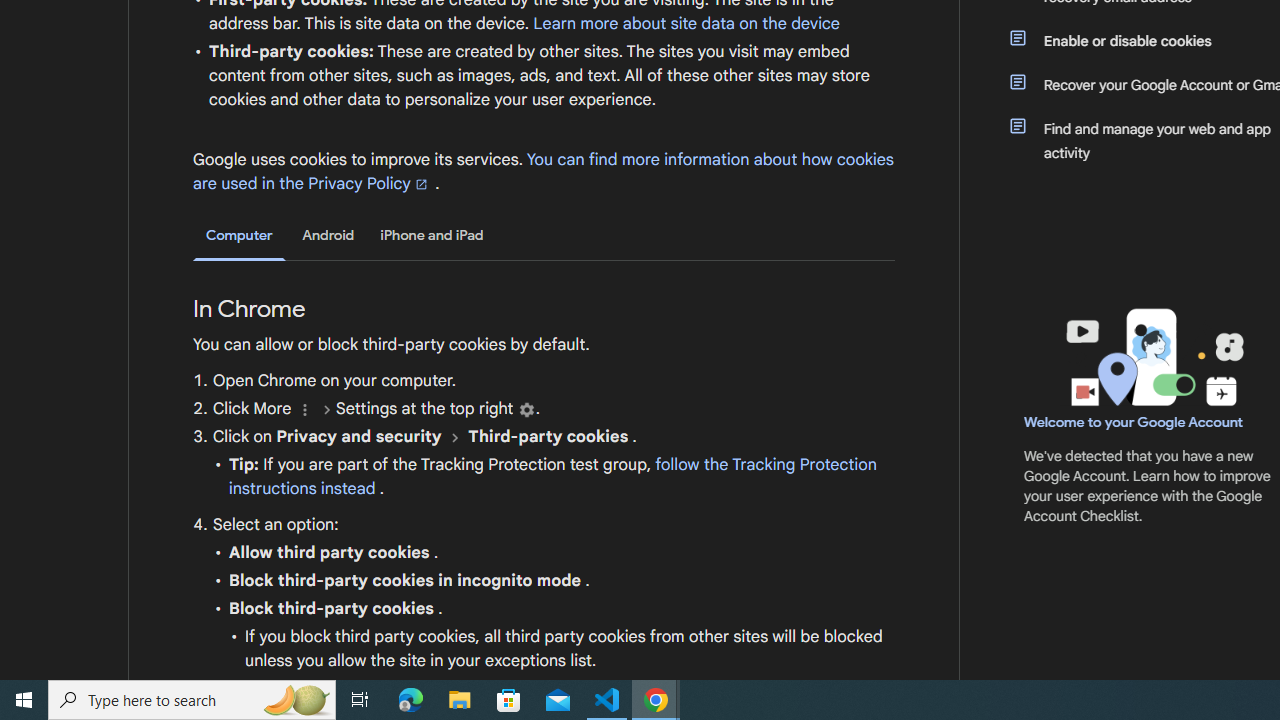 The image size is (1280, 720). What do you see at coordinates (303, 408) in the screenshot?
I see `'More'` at bounding box center [303, 408].